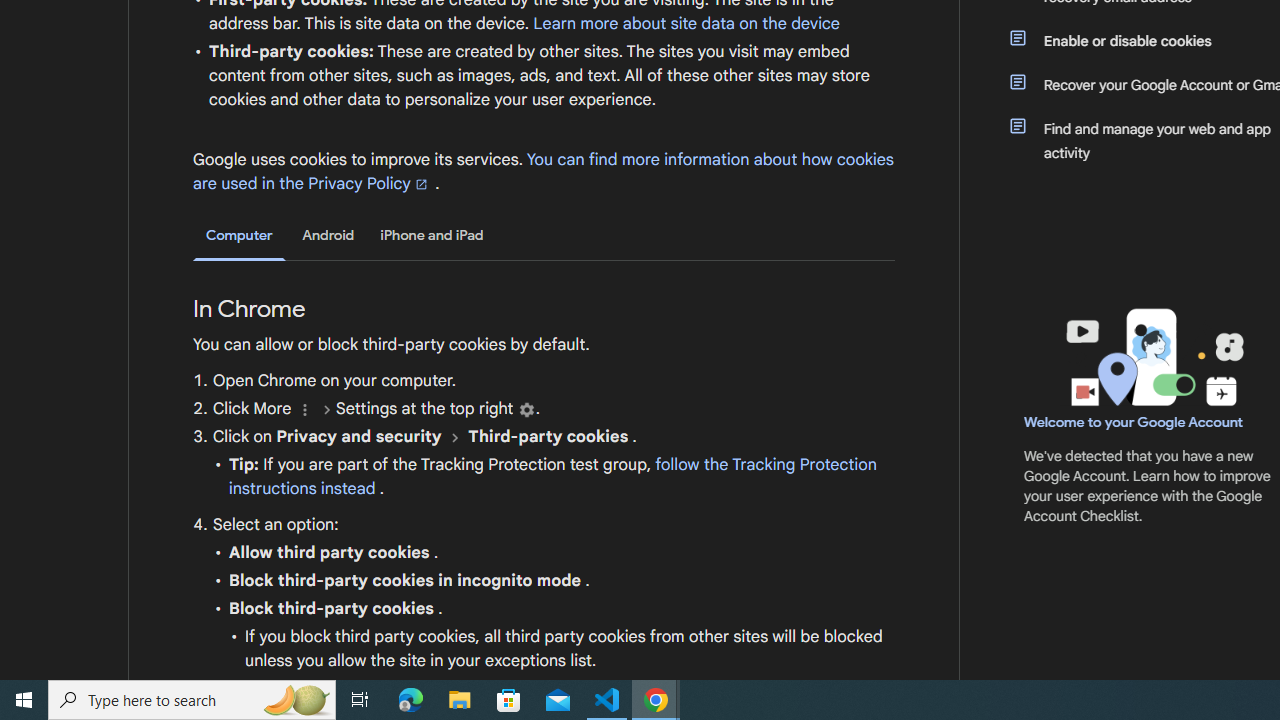 The image size is (1280, 720). What do you see at coordinates (303, 408) in the screenshot?
I see `'More'` at bounding box center [303, 408].